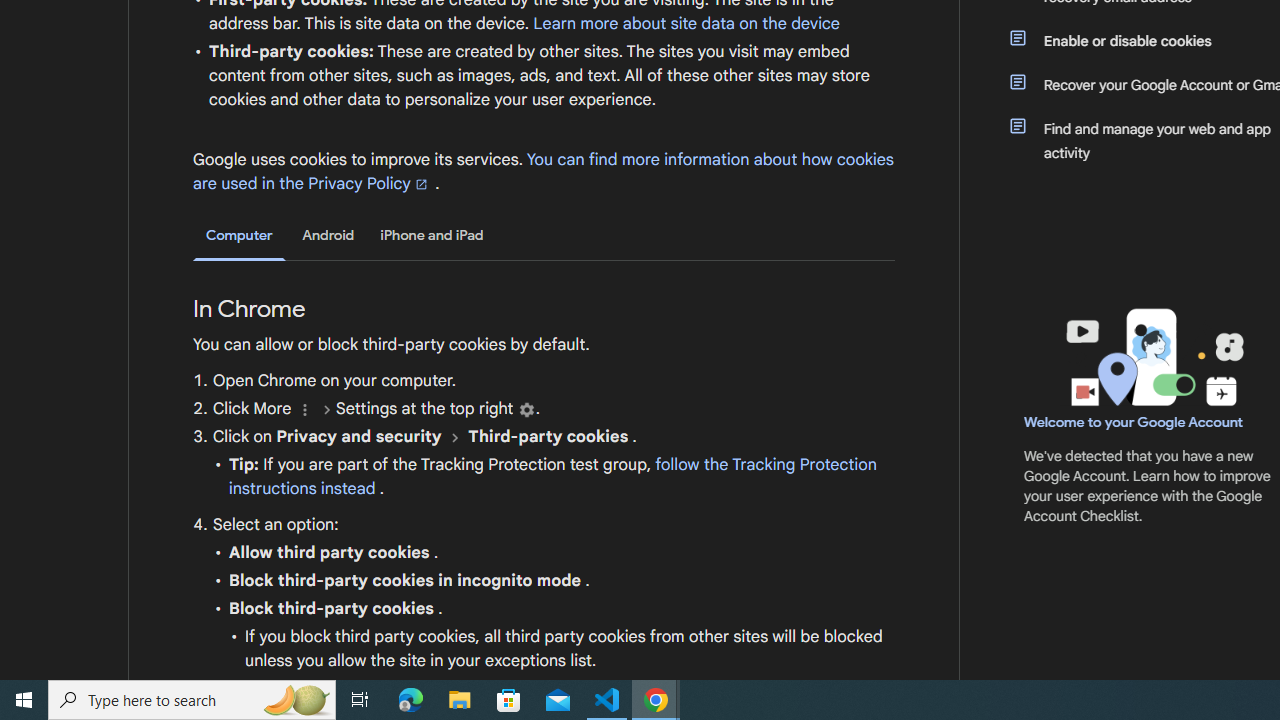 The image size is (1280, 720). What do you see at coordinates (303, 408) in the screenshot?
I see `'More'` at bounding box center [303, 408].